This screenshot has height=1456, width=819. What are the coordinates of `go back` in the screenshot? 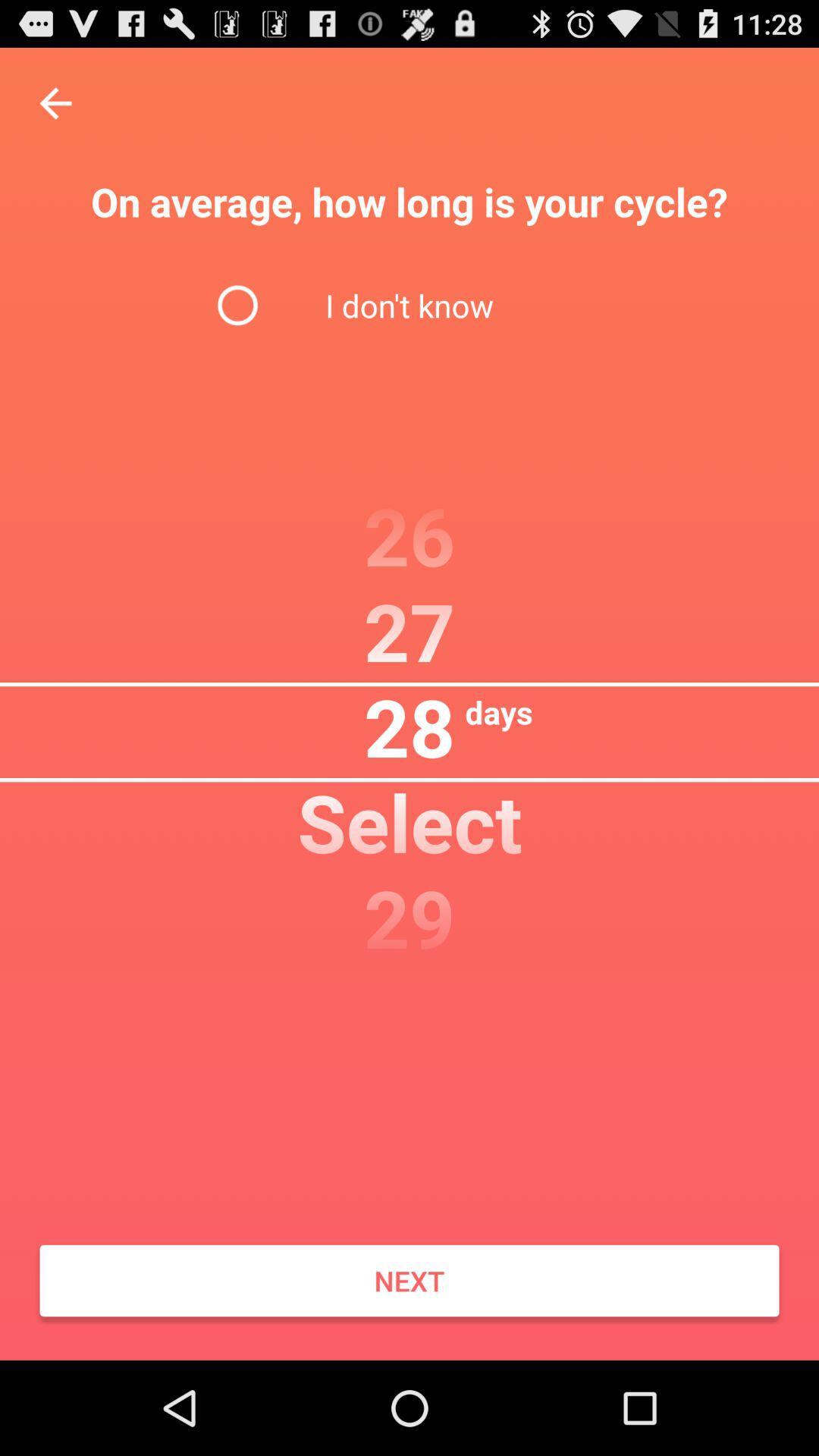 It's located at (55, 102).